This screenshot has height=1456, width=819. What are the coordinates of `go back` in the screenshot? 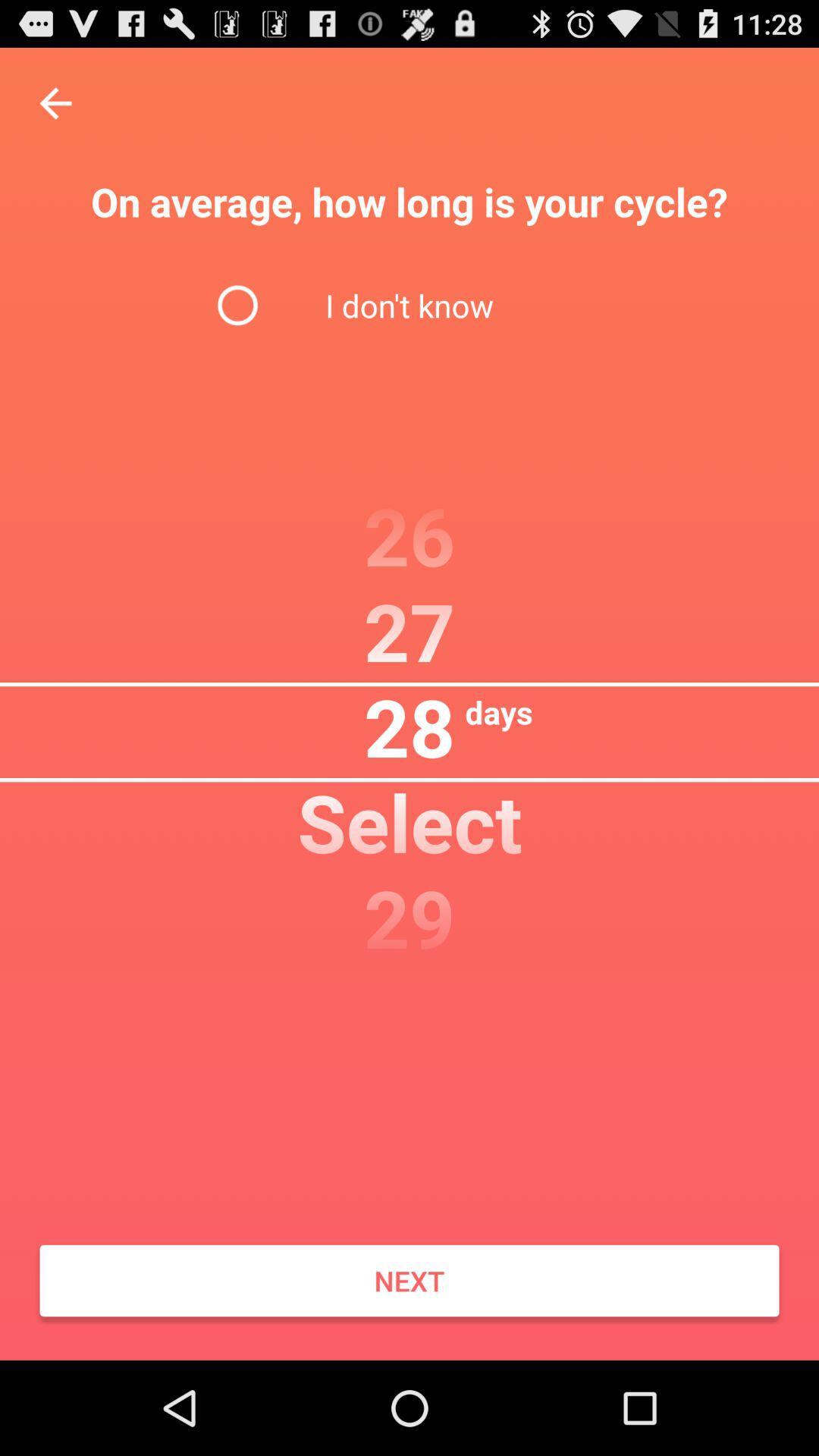 It's located at (55, 102).